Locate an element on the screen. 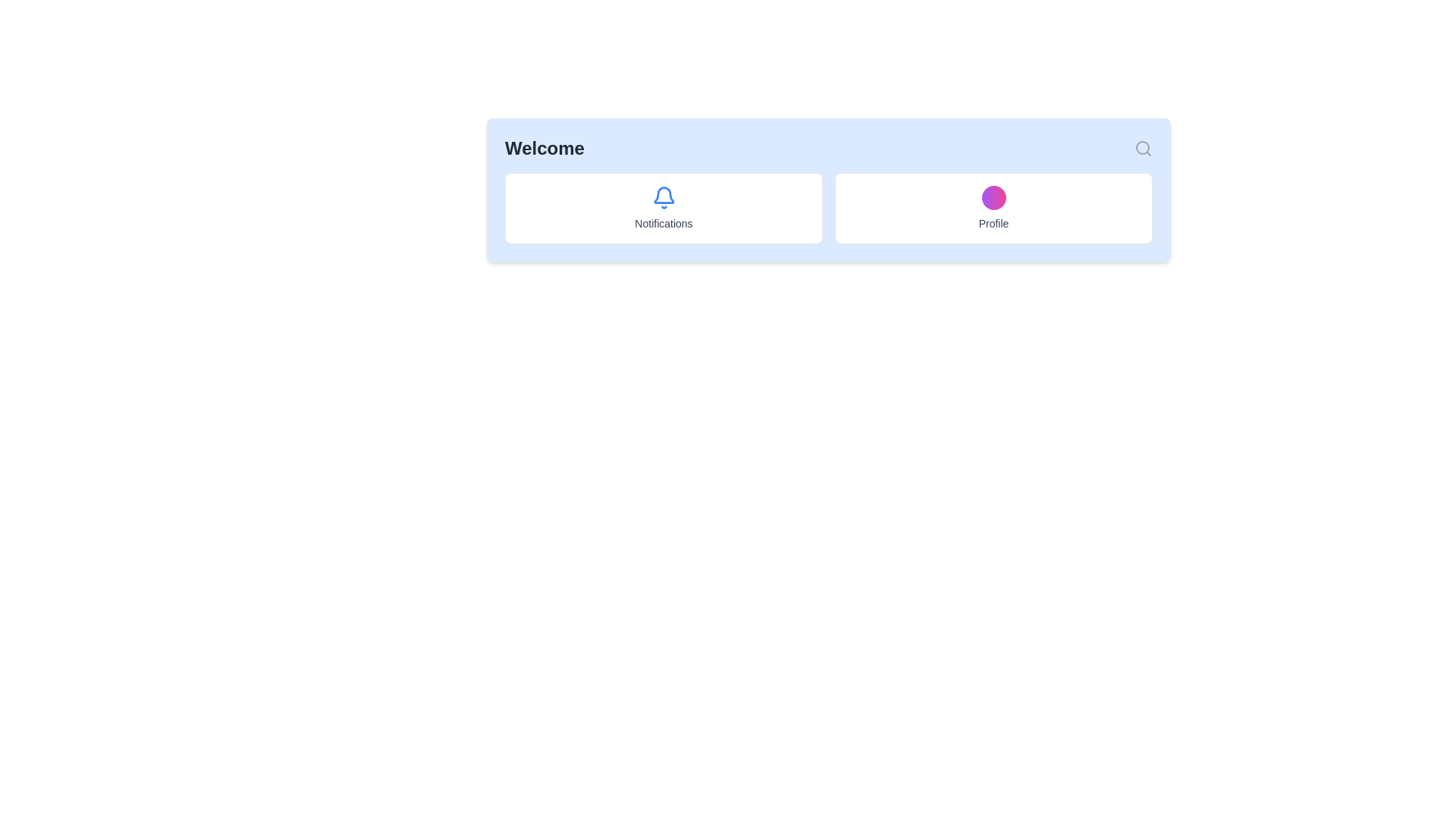 This screenshot has width=1456, height=819. the search icon located in the top-right corner of the horizontal bar is located at coordinates (1143, 149).